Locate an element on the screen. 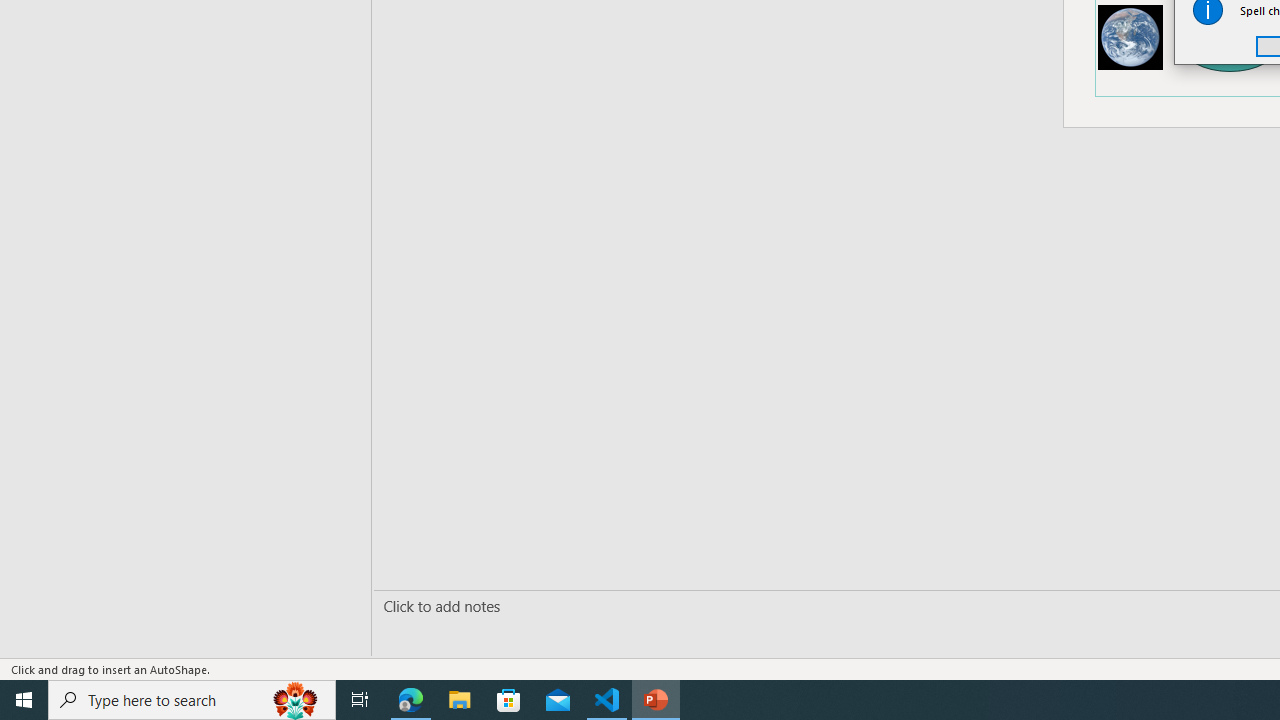 The height and width of the screenshot is (720, 1280). 'Microsoft Store' is located at coordinates (509, 698).